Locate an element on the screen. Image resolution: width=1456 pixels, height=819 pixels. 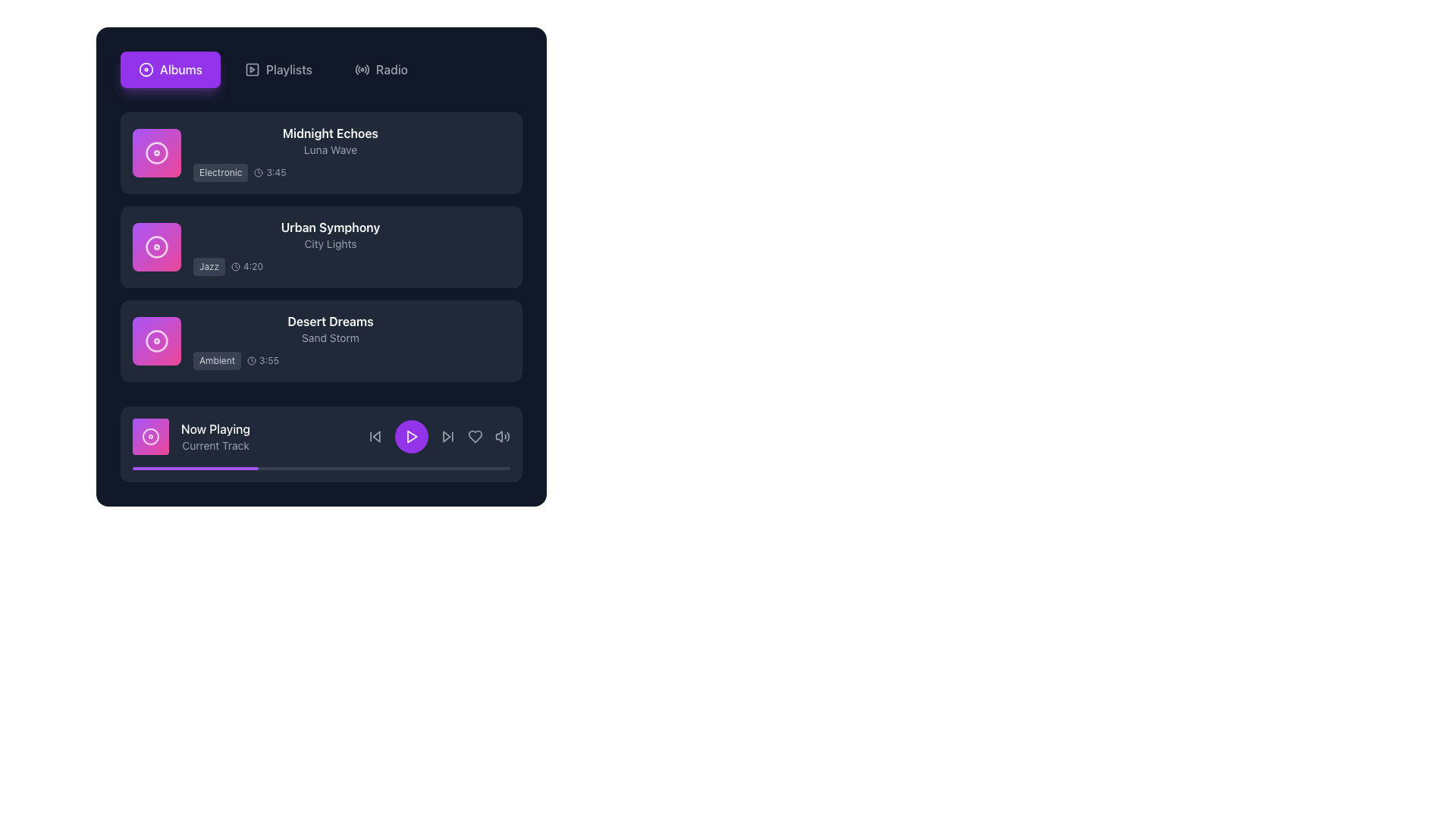
the 'Jazz' label with light gray text on a dark gray background located in the 'Urban Symphony' album section, positioned to the left of the duration text '4:20' is located at coordinates (209, 265).